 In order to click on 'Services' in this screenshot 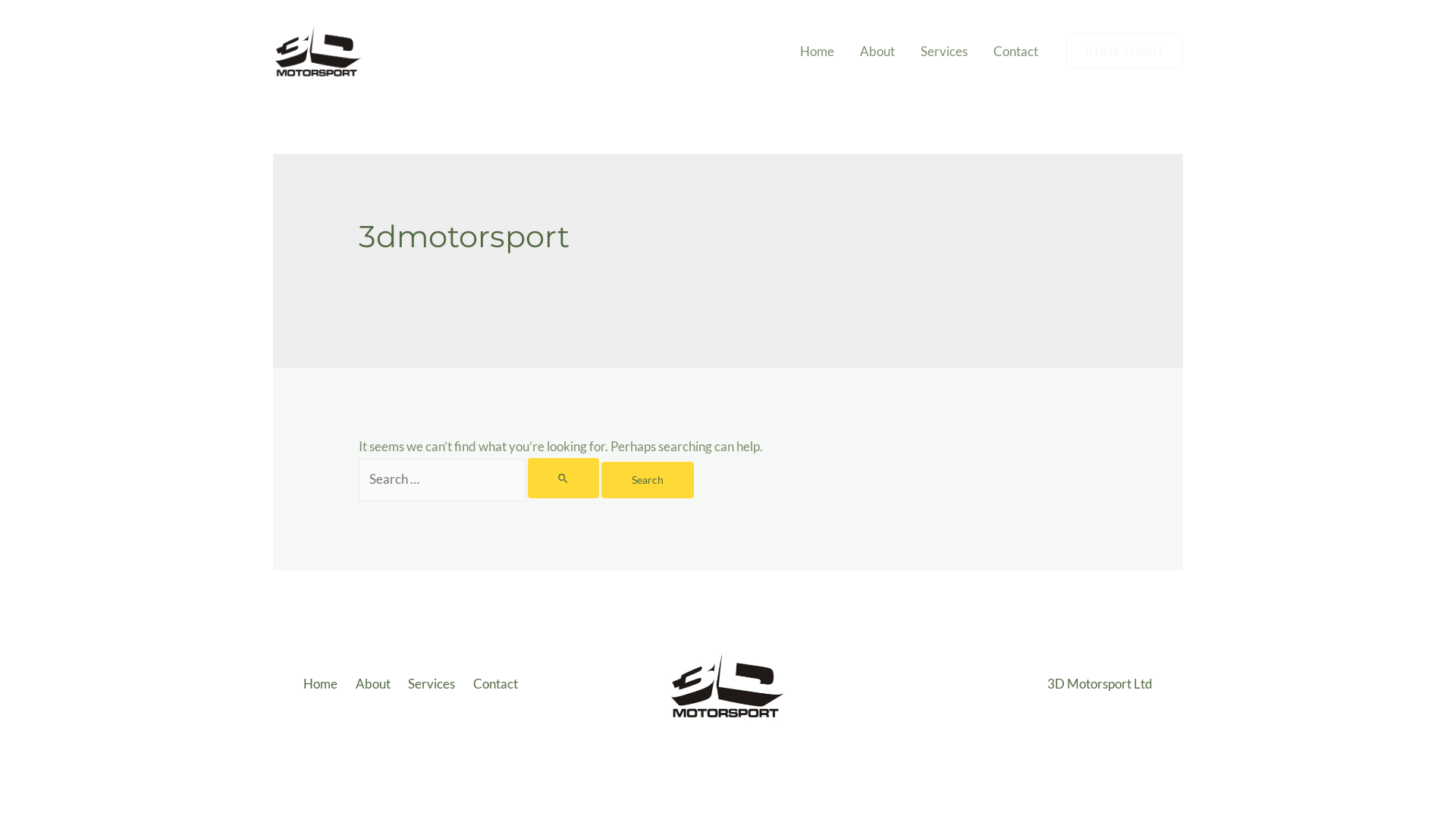, I will do `click(433, 684)`.